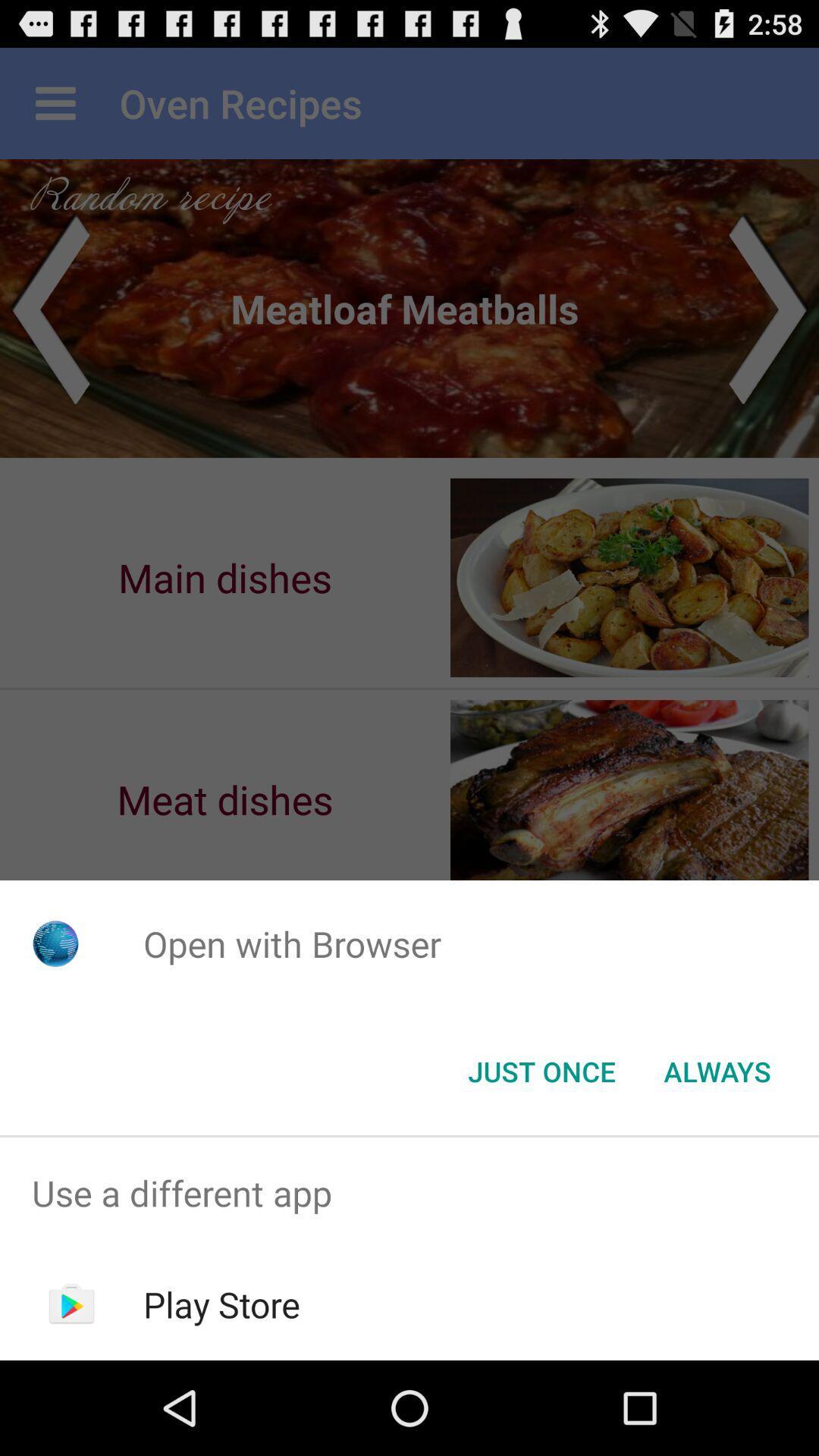 The image size is (819, 1456). Describe the element at coordinates (717, 1070) in the screenshot. I see `the button to the right of the just once button` at that location.